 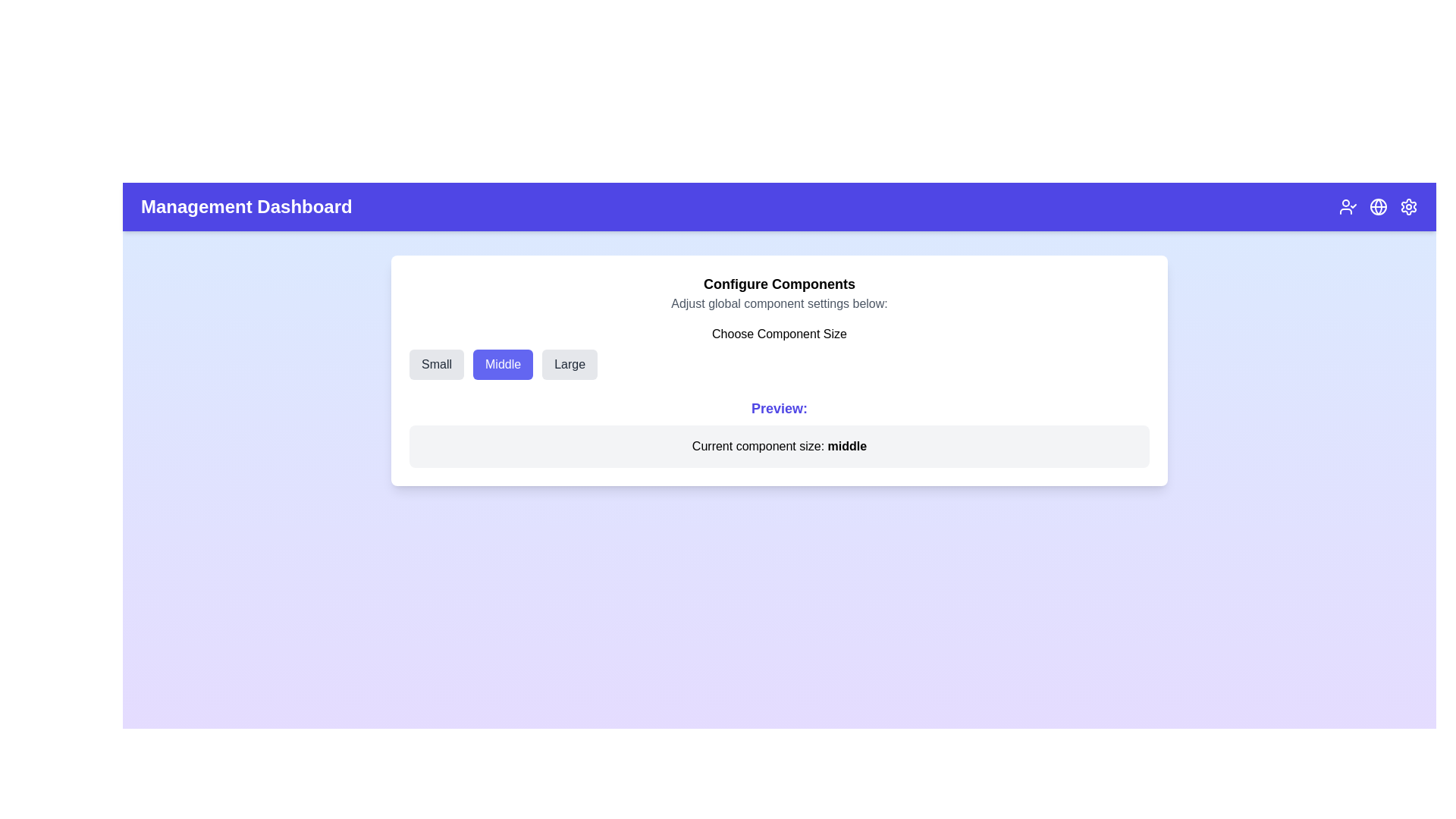 What do you see at coordinates (1379, 207) in the screenshot?
I see `the circular graphical component of the globe icon located in the top-right corner of the interface` at bounding box center [1379, 207].